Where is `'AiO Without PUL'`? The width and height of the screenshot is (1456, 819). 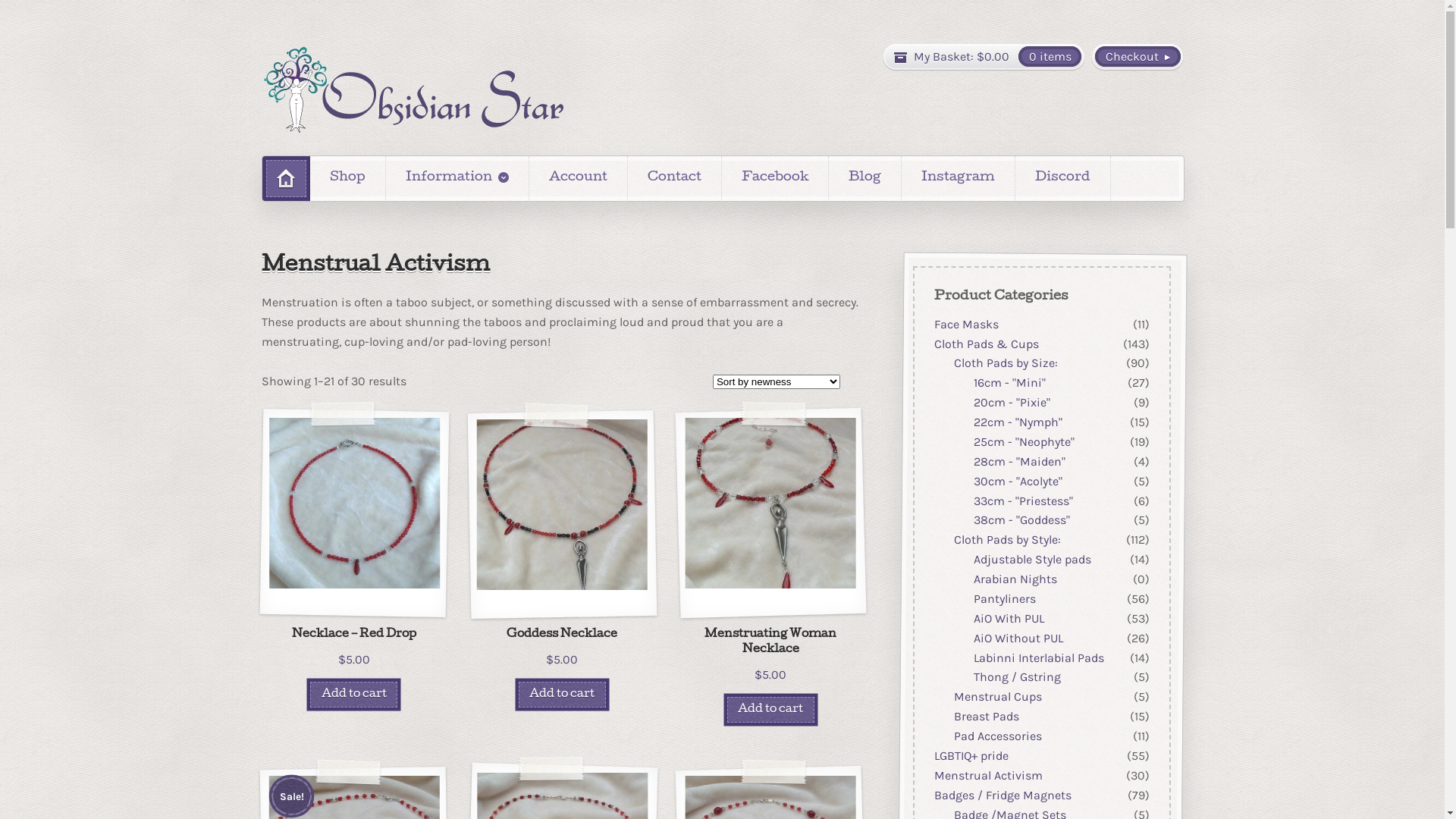
'AiO Without PUL' is located at coordinates (1018, 638).